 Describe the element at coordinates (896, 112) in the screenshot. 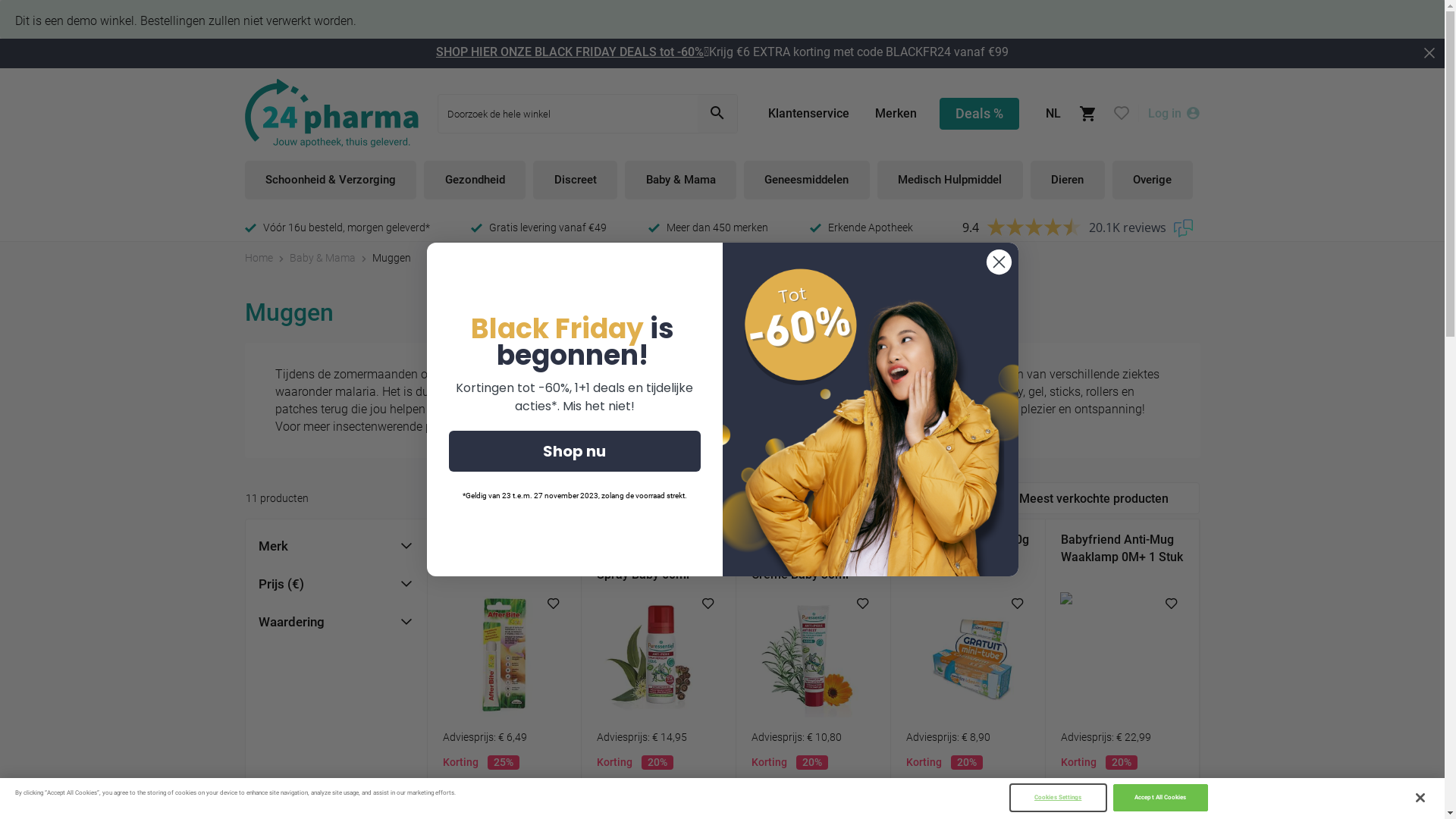

I see `'Merken'` at that location.